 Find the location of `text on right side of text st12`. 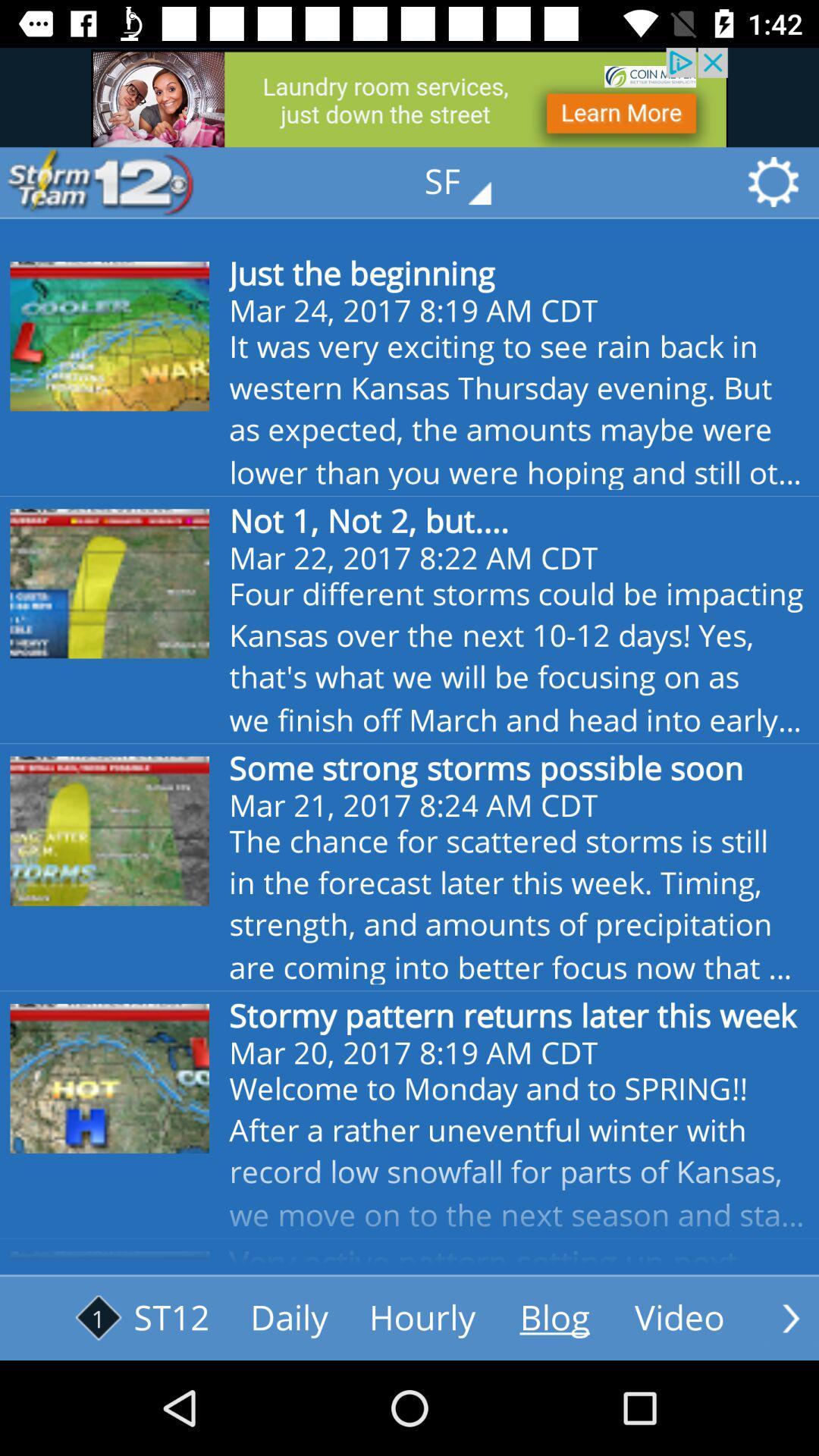

text on right side of text st12 is located at coordinates (289, 1317).